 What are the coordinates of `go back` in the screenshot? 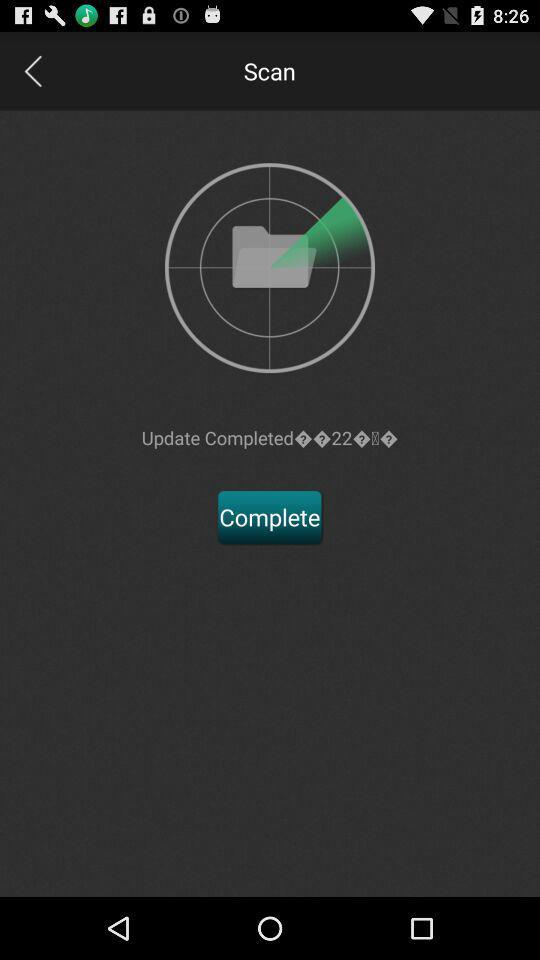 It's located at (31, 70).